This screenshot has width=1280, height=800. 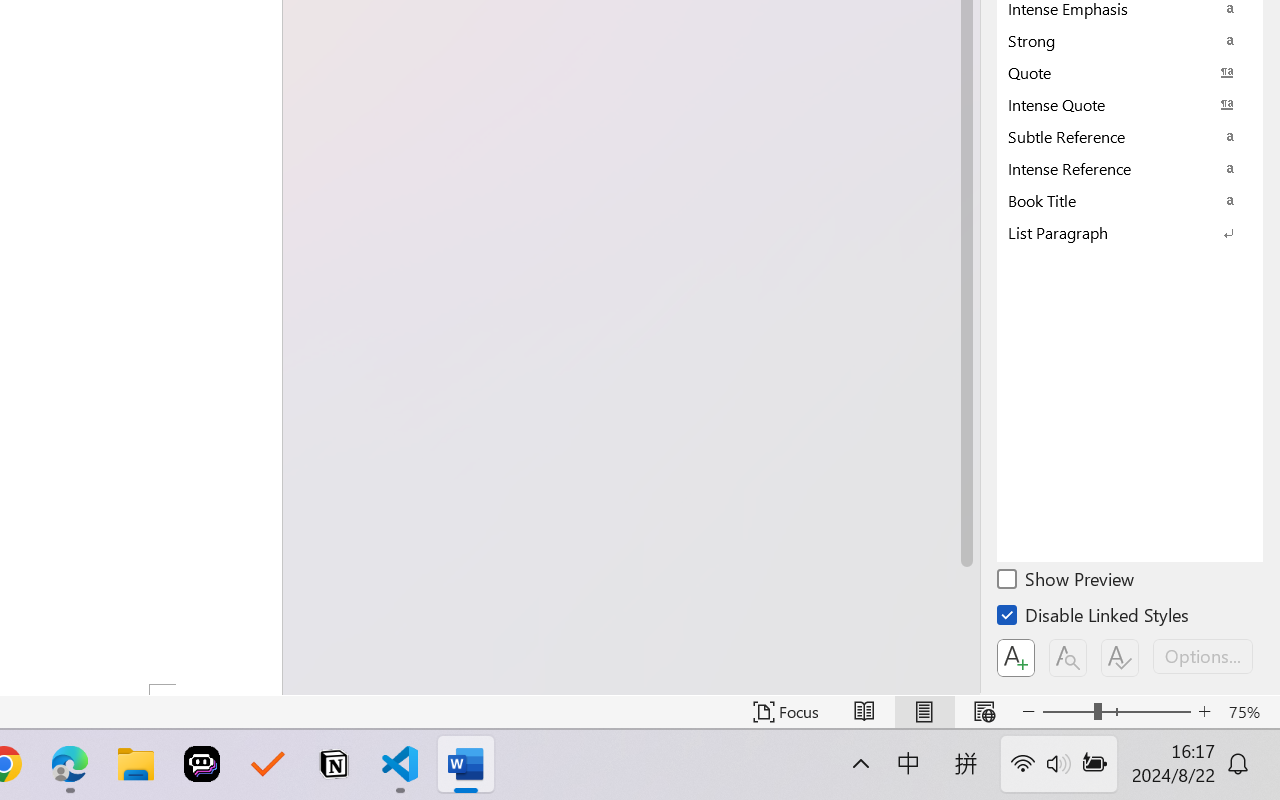 What do you see at coordinates (1130, 200) in the screenshot?
I see `'Book Title'` at bounding box center [1130, 200].